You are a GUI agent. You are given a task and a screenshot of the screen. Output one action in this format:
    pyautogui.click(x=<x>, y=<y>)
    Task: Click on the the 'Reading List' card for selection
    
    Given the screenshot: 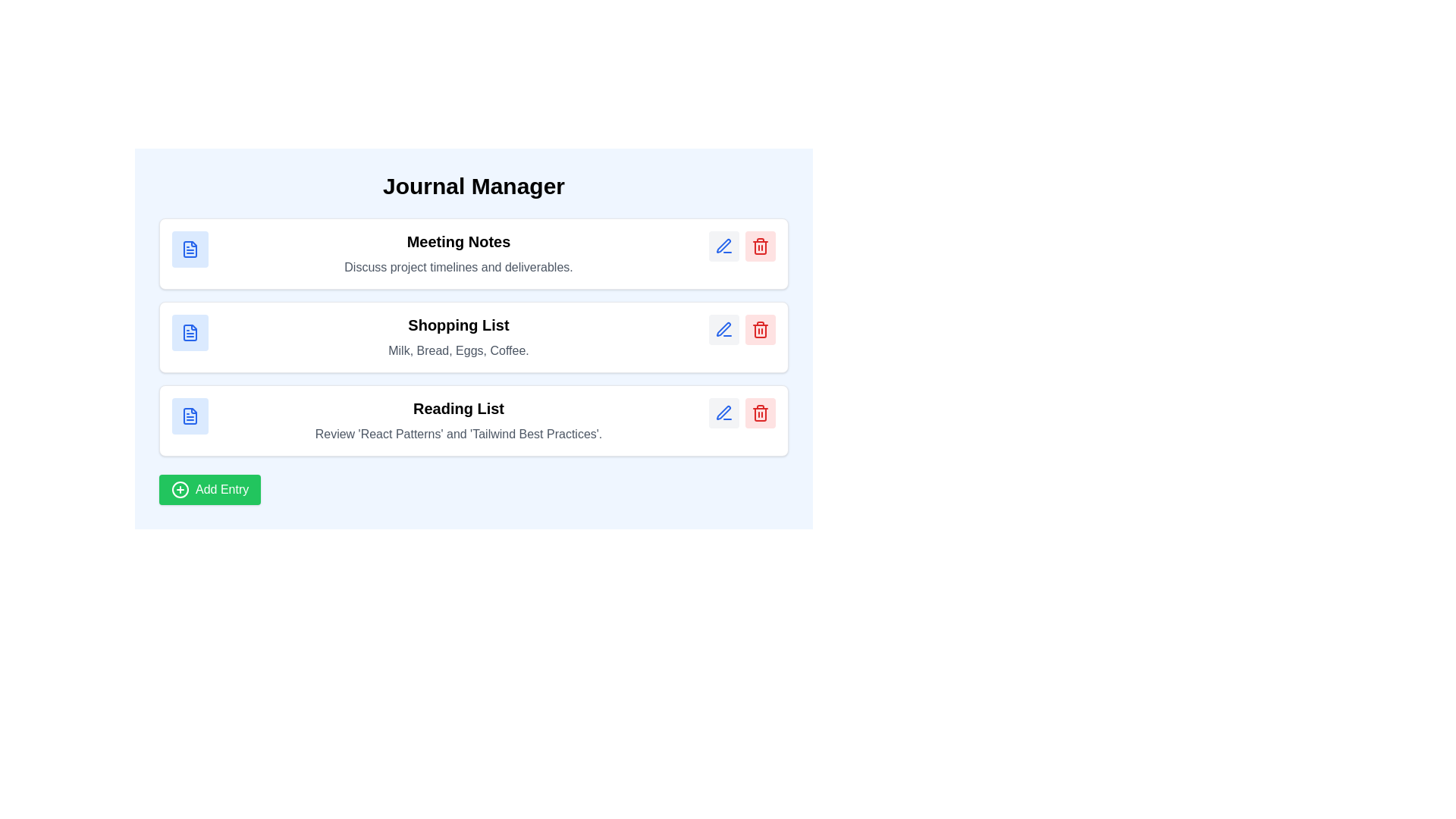 What is the action you would take?
    pyautogui.click(x=472, y=421)
    